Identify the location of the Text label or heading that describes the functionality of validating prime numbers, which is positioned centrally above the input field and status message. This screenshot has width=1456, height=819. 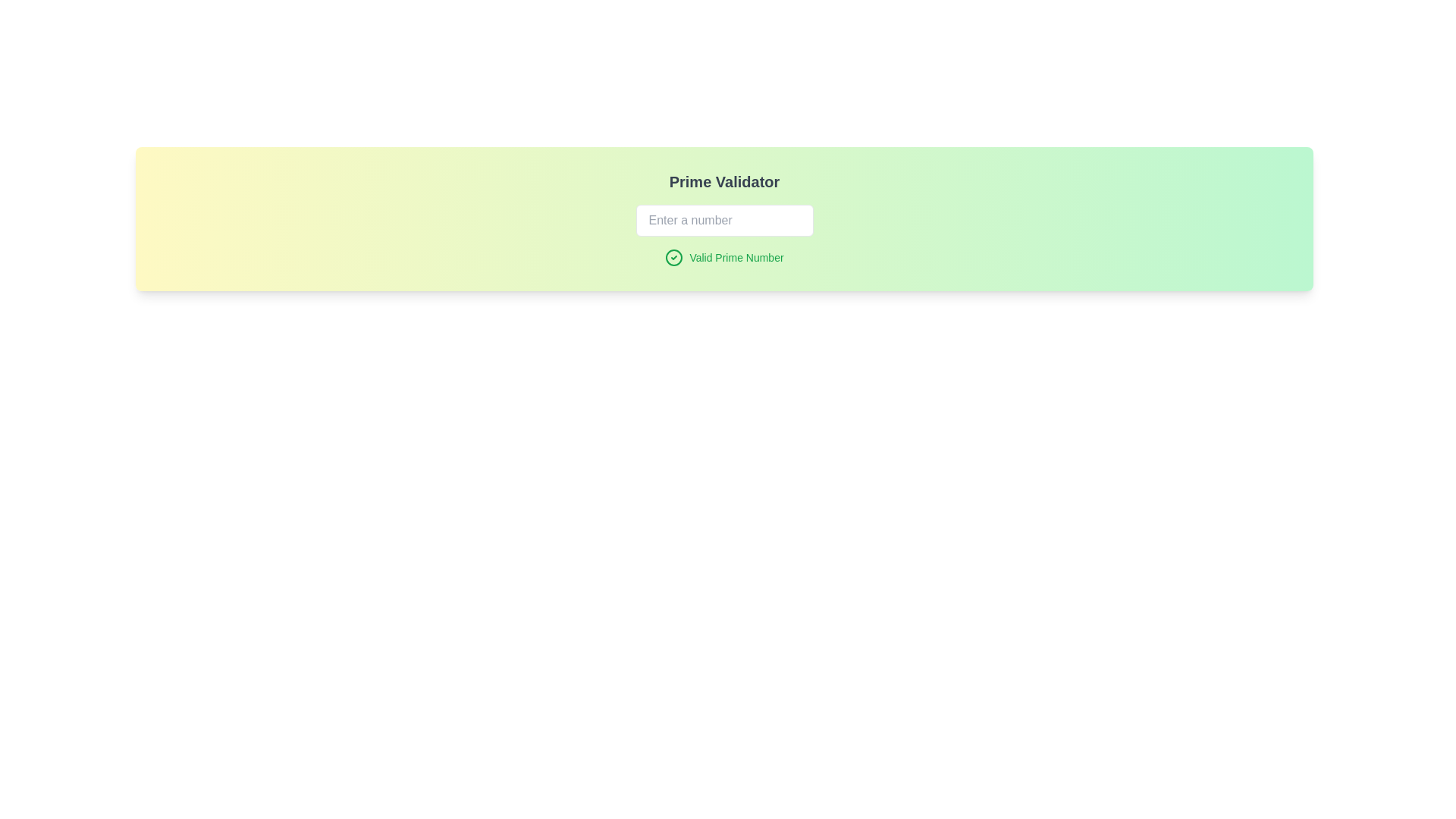
(723, 180).